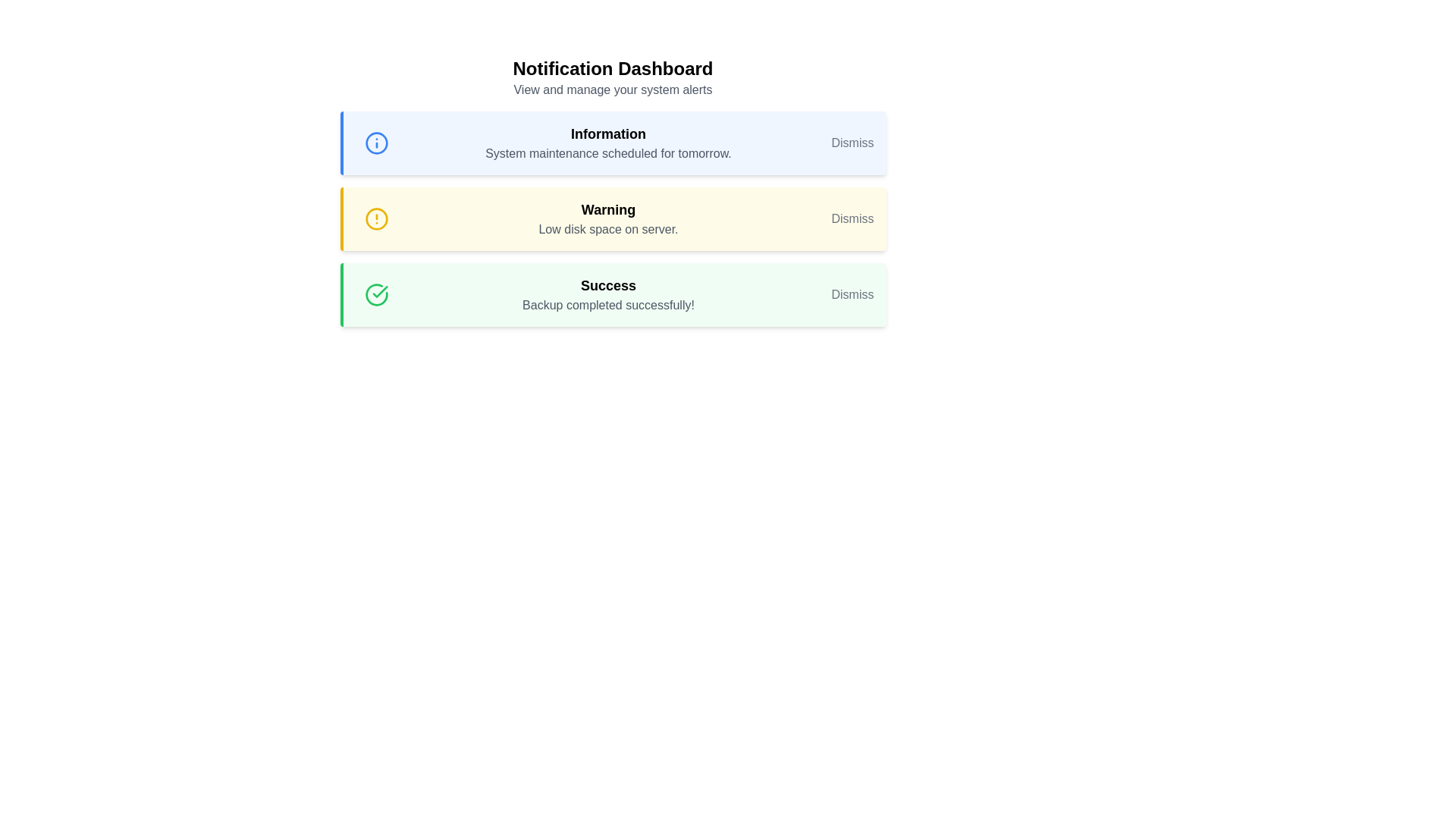  What do you see at coordinates (376, 143) in the screenshot?
I see `the circular graphical element with a blue outline that is part of the 'Information' icon located in the topmost notification entry` at bounding box center [376, 143].